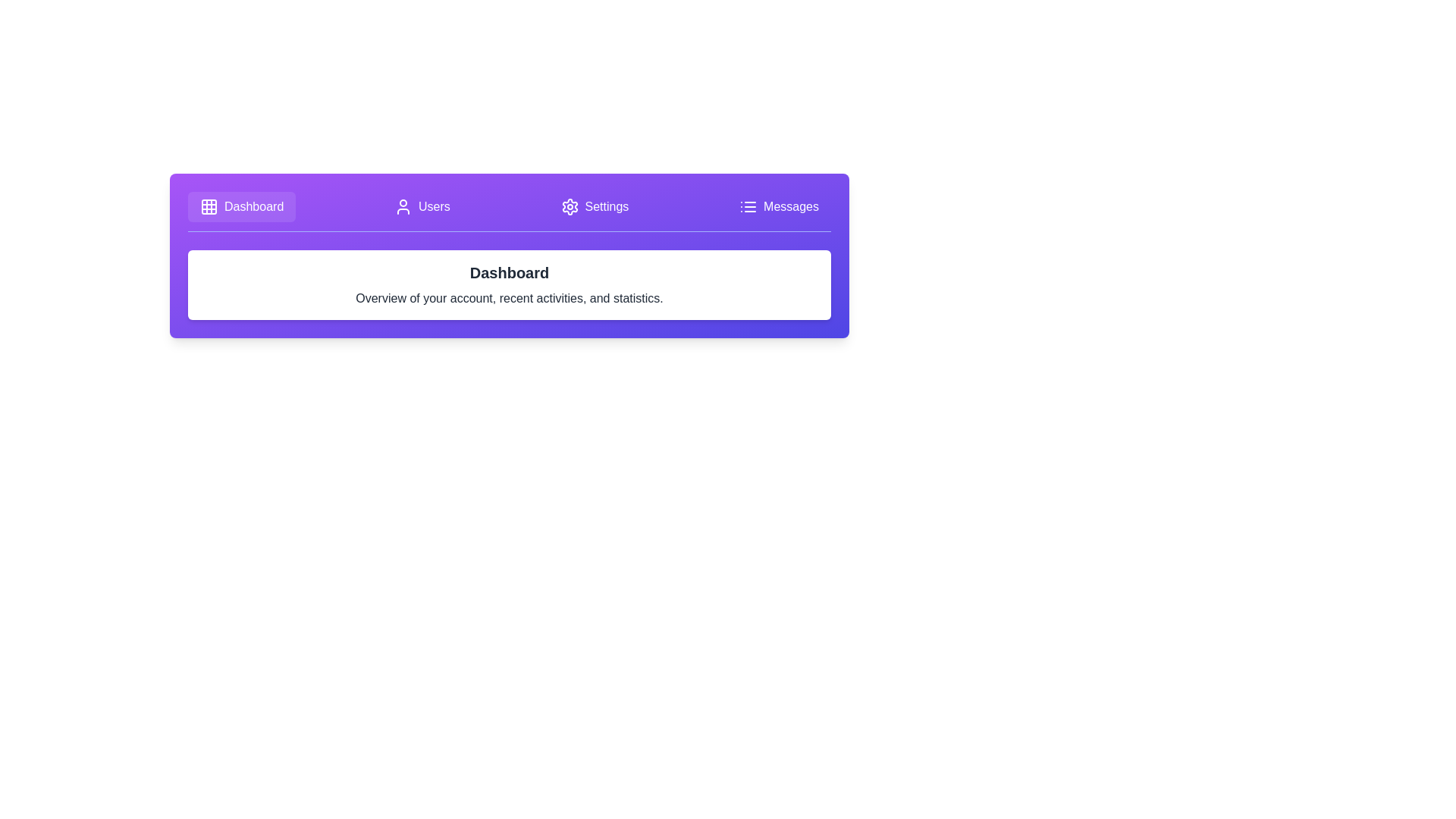  I want to click on the gear icon located to the left of the 'Settings' text in the navigation bar, so click(569, 207).